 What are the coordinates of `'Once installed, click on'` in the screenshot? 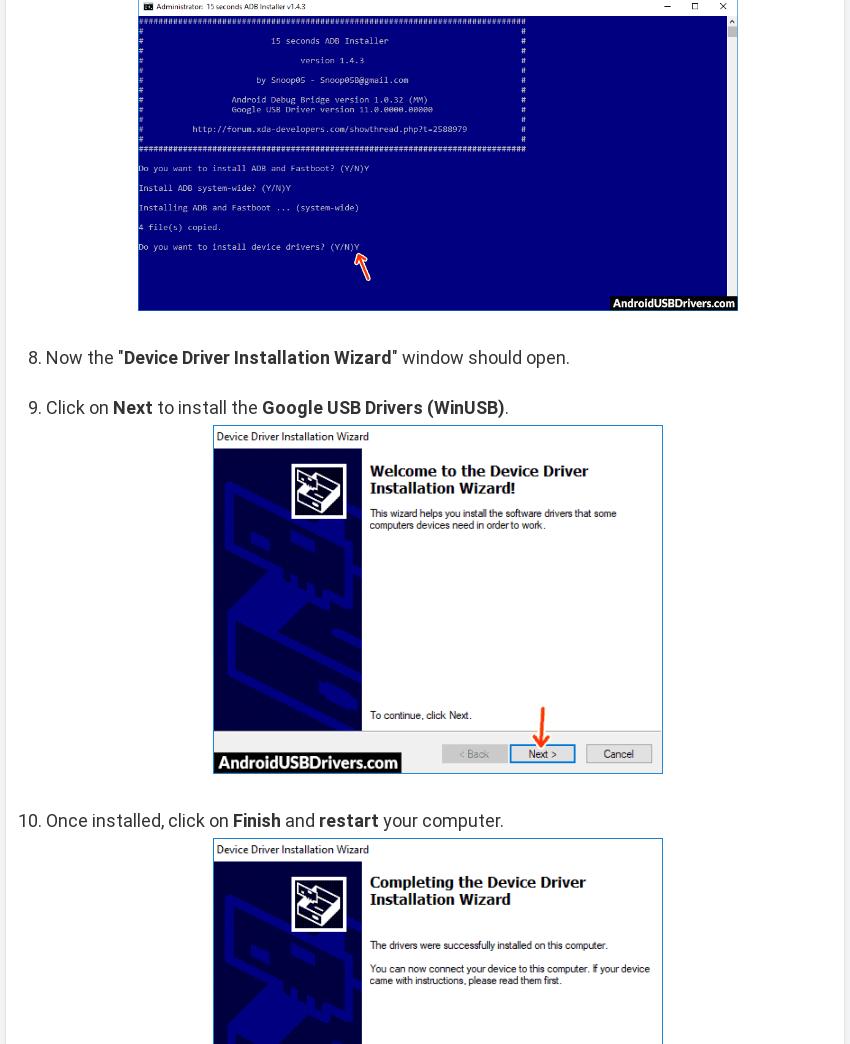 It's located at (139, 819).